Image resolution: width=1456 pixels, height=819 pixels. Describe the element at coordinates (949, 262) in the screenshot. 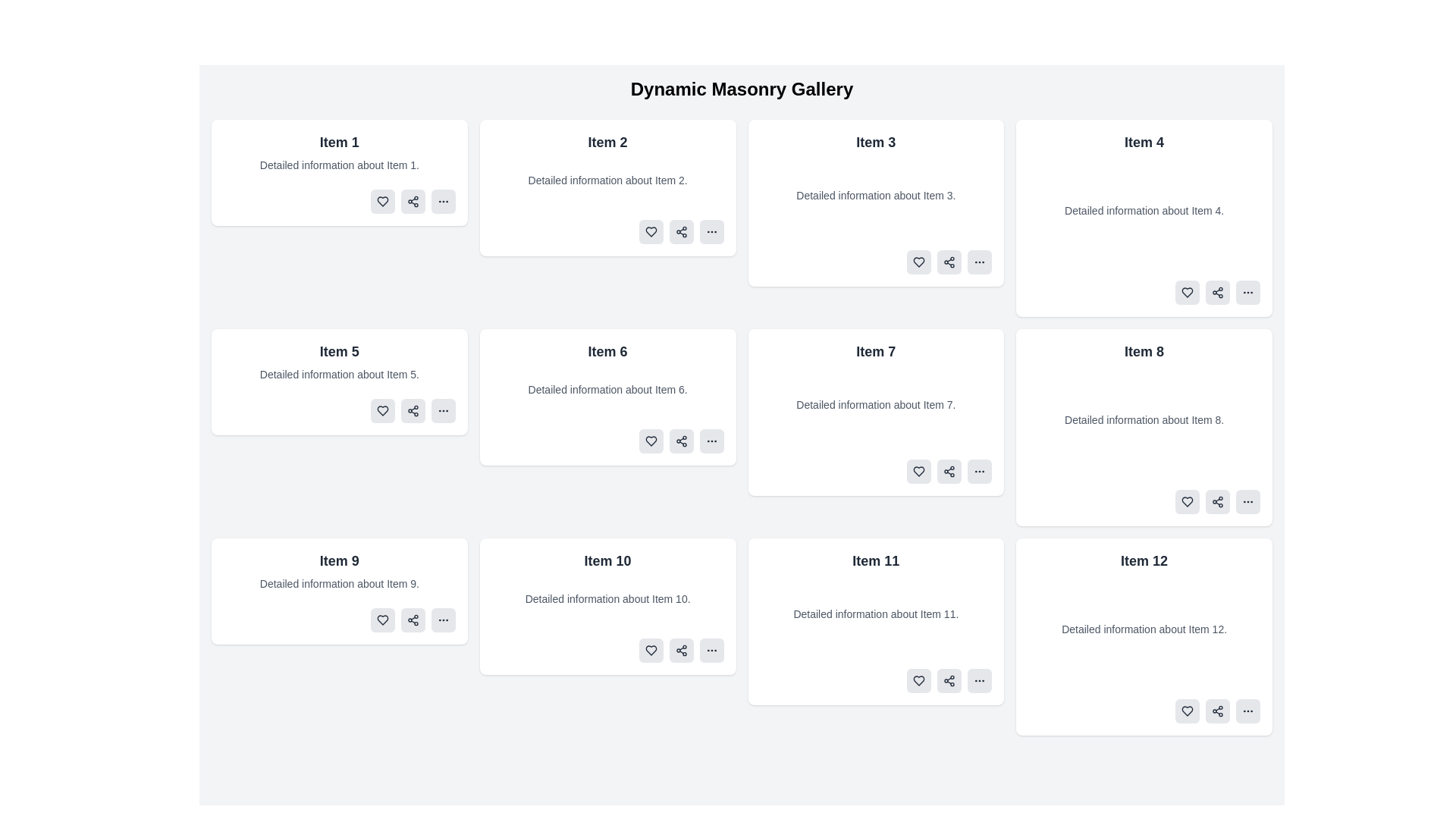

I see `the button with a gray background and rounded corners that contains a sharing icon, located at the bottom-right of the 'Item 3' card` at that location.